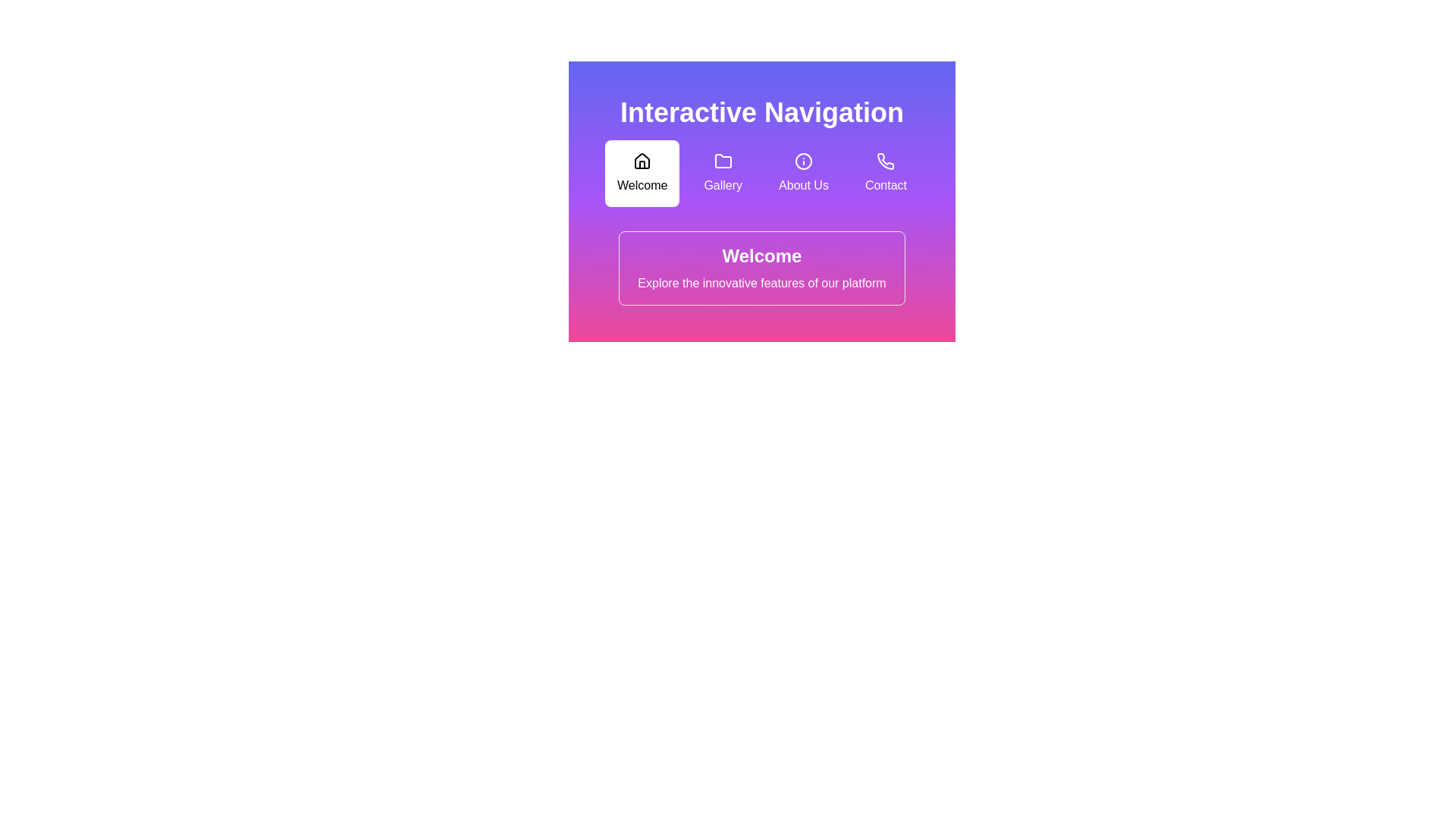  Describe the element at coordinates (642, 161) in the screenshot. I see `the 'Home' or 'Welcome' icon located in the upper-left of the navigation menu, which serves as a symbol for navigating to the main section of the interface` at that location.